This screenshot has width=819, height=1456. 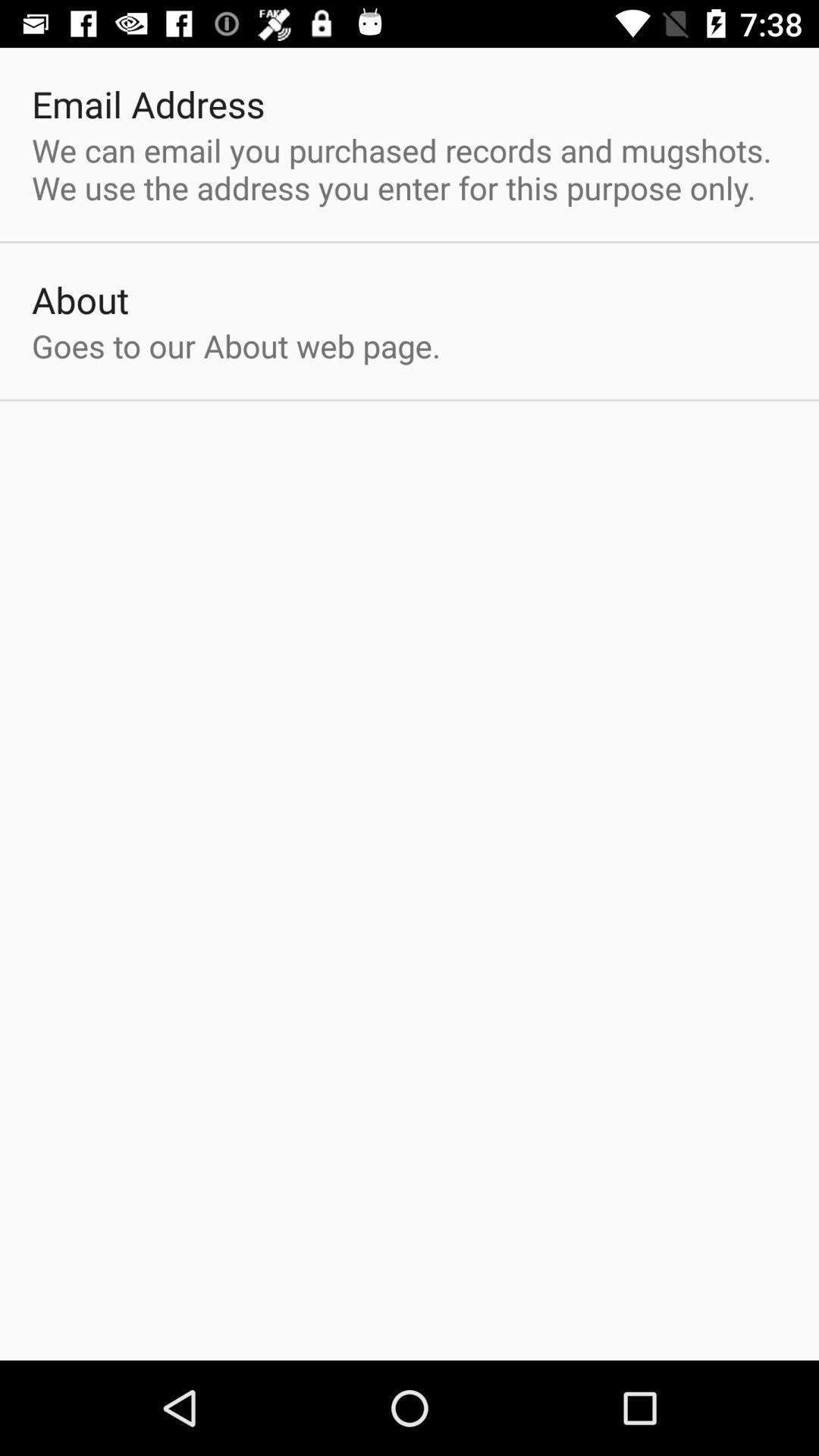 What do you see at coordinates (236, 345) in the screenshot?
I see `goes to our icon` at bounding box center [236, 345].